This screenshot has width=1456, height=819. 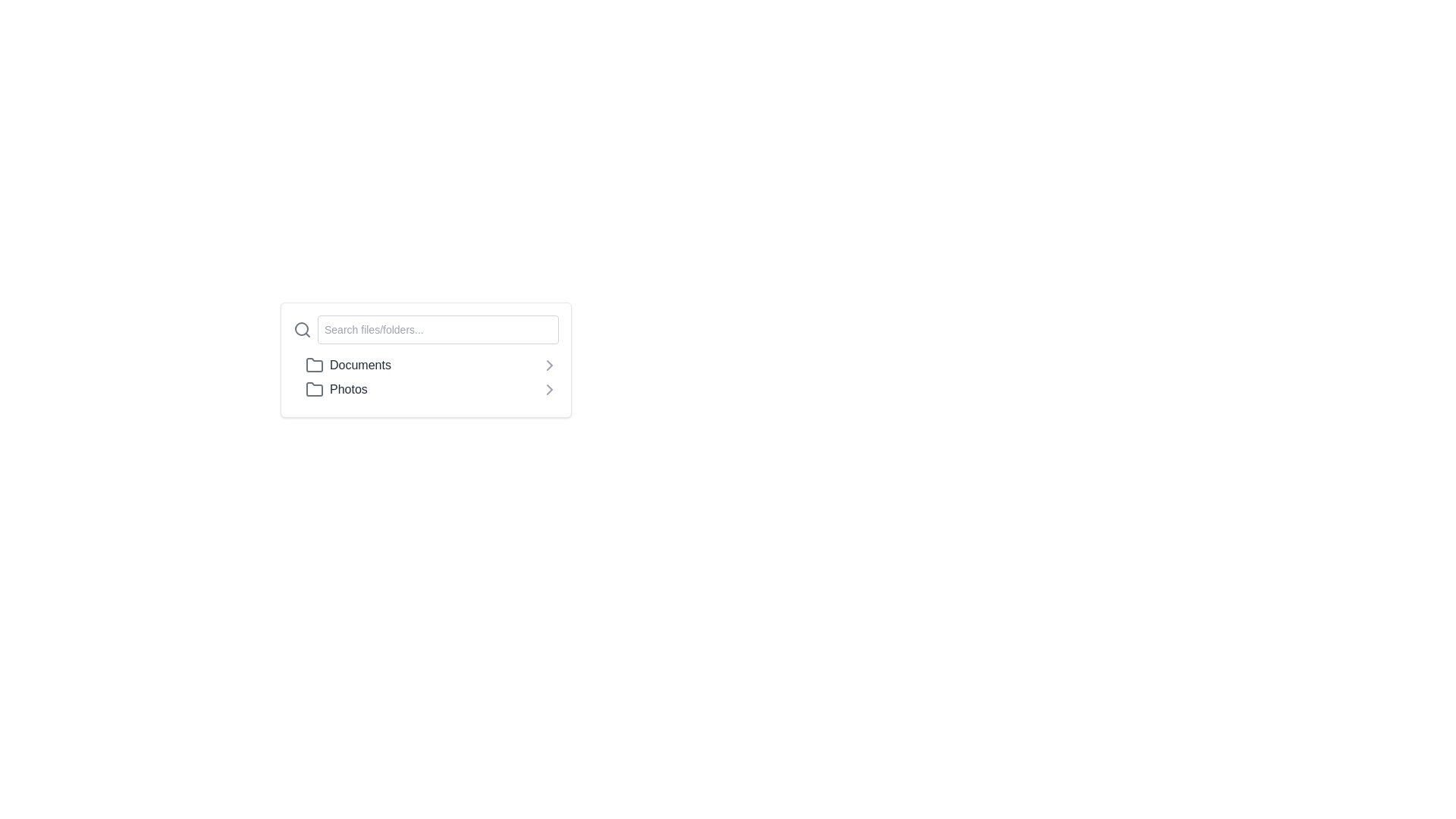 I want to click on the gray folder icon located to the left of the 'Photos' label, so click(x=313, y=388).